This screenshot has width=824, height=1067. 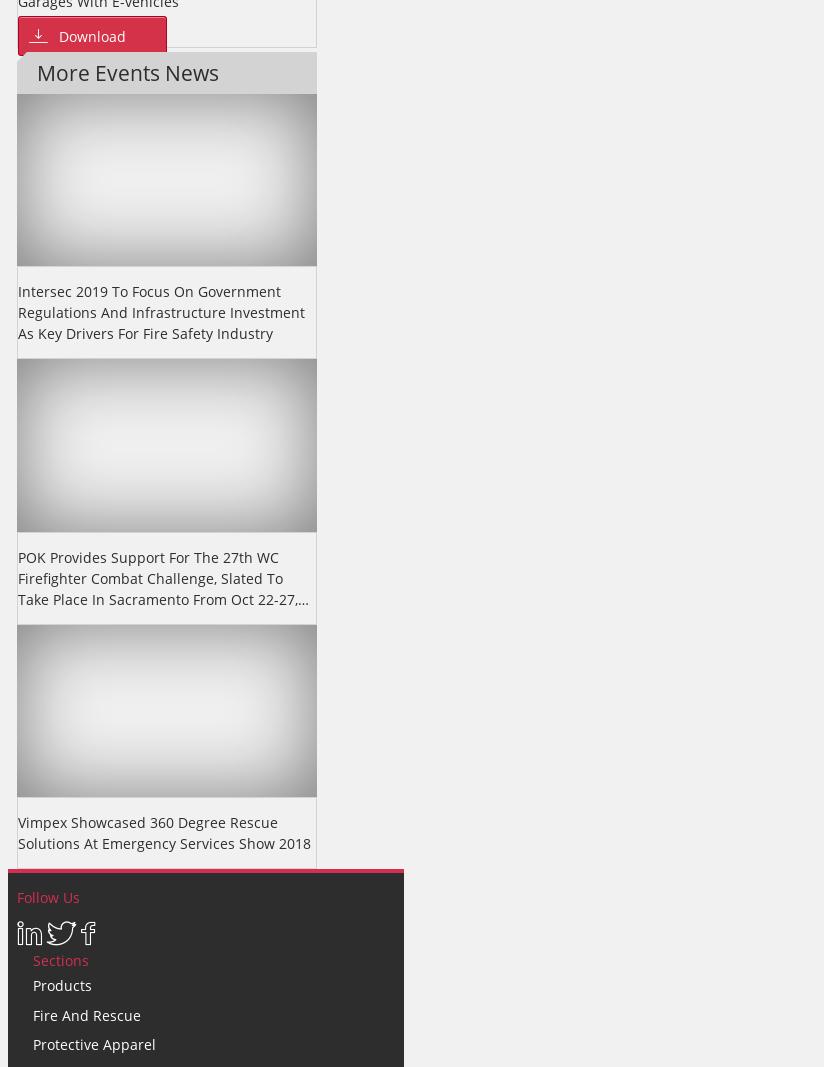 I want to click on 'Fire and Rescue', so click(x=86, y=1014).